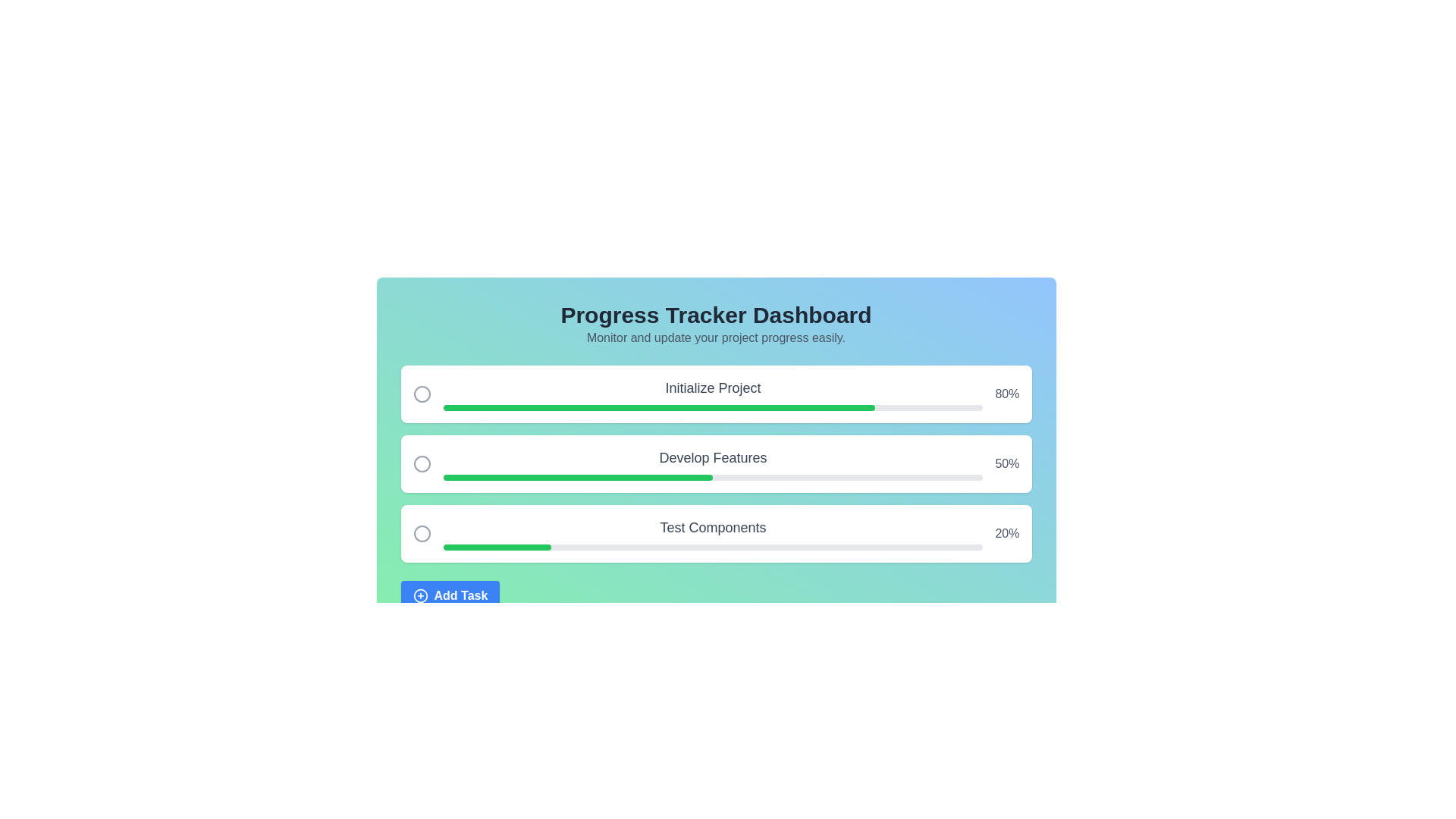 The height and width of the screenshot is (819, 1456). Describe the element at coordinates (577, 476) in the screenshot. I see `green progress bar fill segment located beneath the 'Develop Features' label in the second progress bar of the dashboard to check its progress value` at that location.